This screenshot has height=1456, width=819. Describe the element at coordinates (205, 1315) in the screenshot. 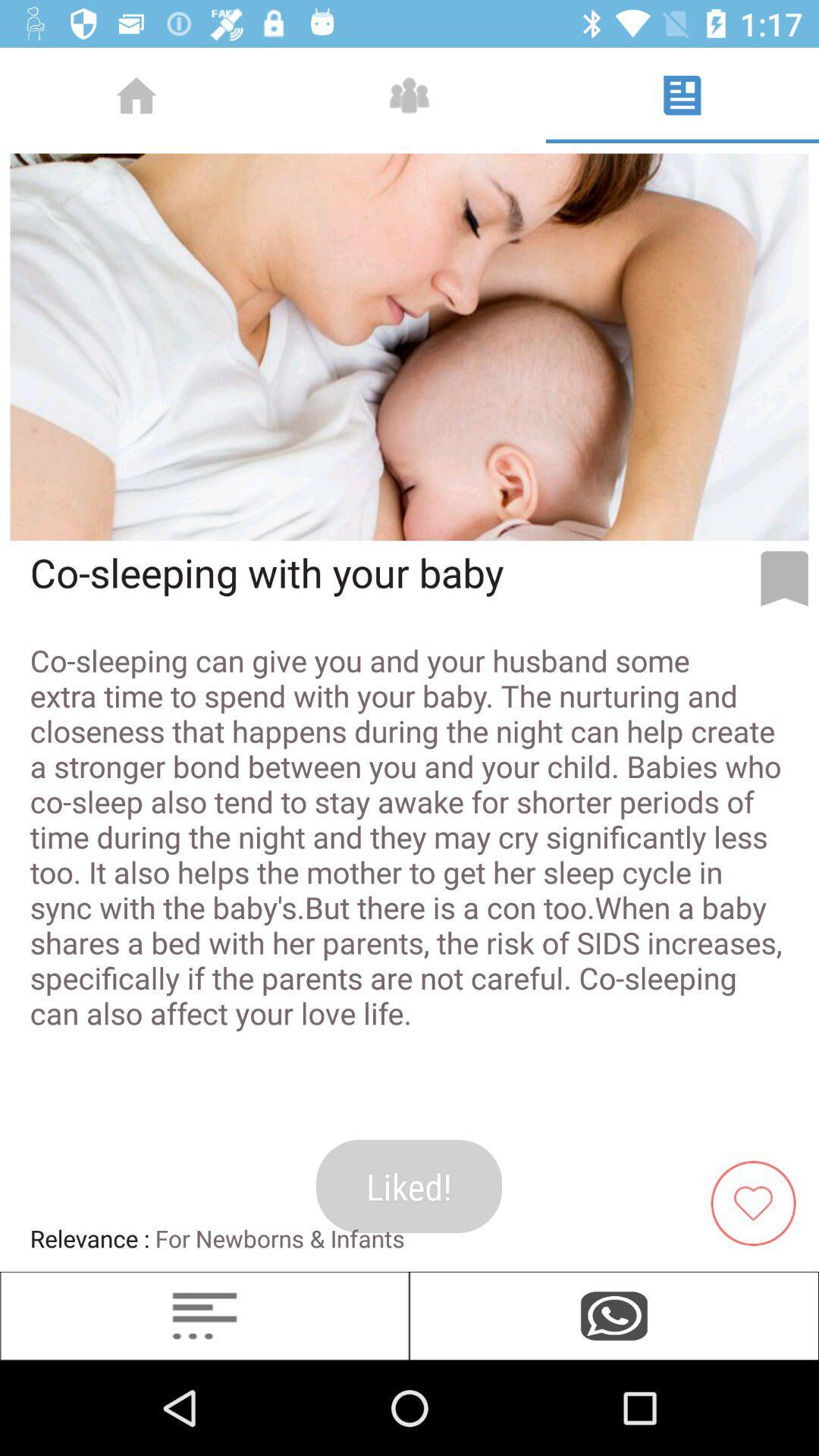

I see `sleep cycle` at that location.